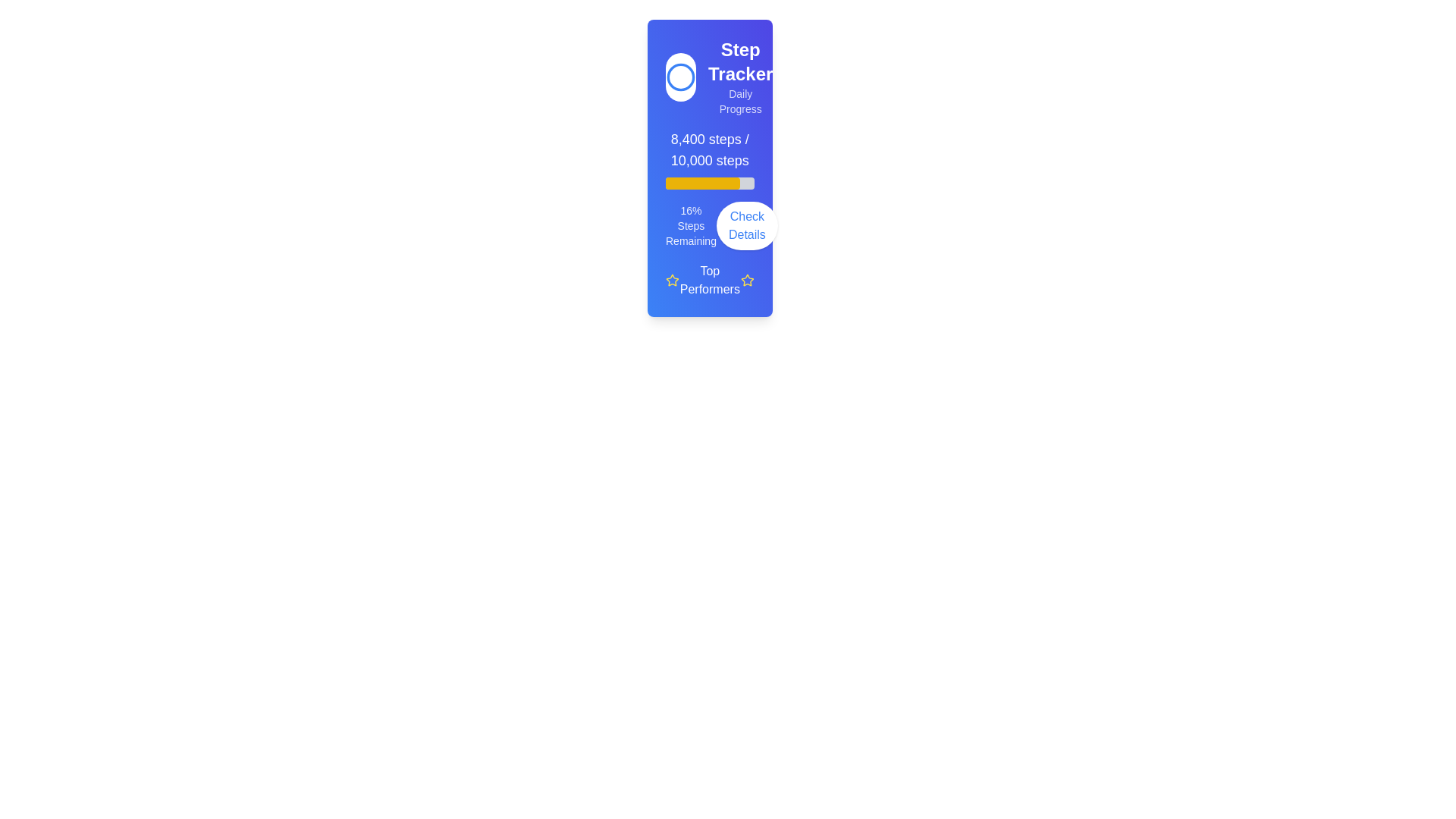  I want to click on the 'Step Tracker' text in the Header section, so click(709, 77).